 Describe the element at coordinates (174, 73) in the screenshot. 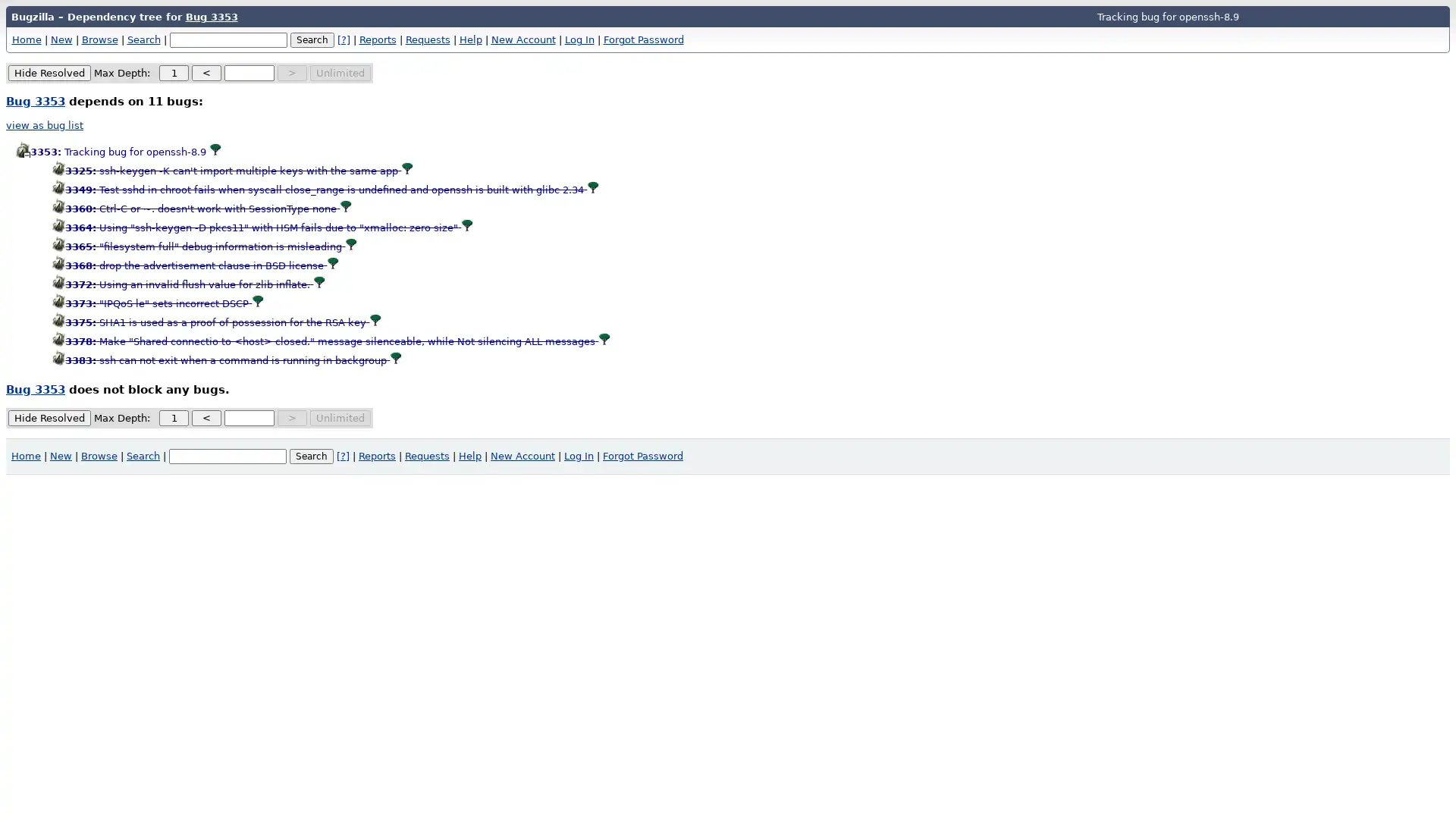

I see `1` at that location.